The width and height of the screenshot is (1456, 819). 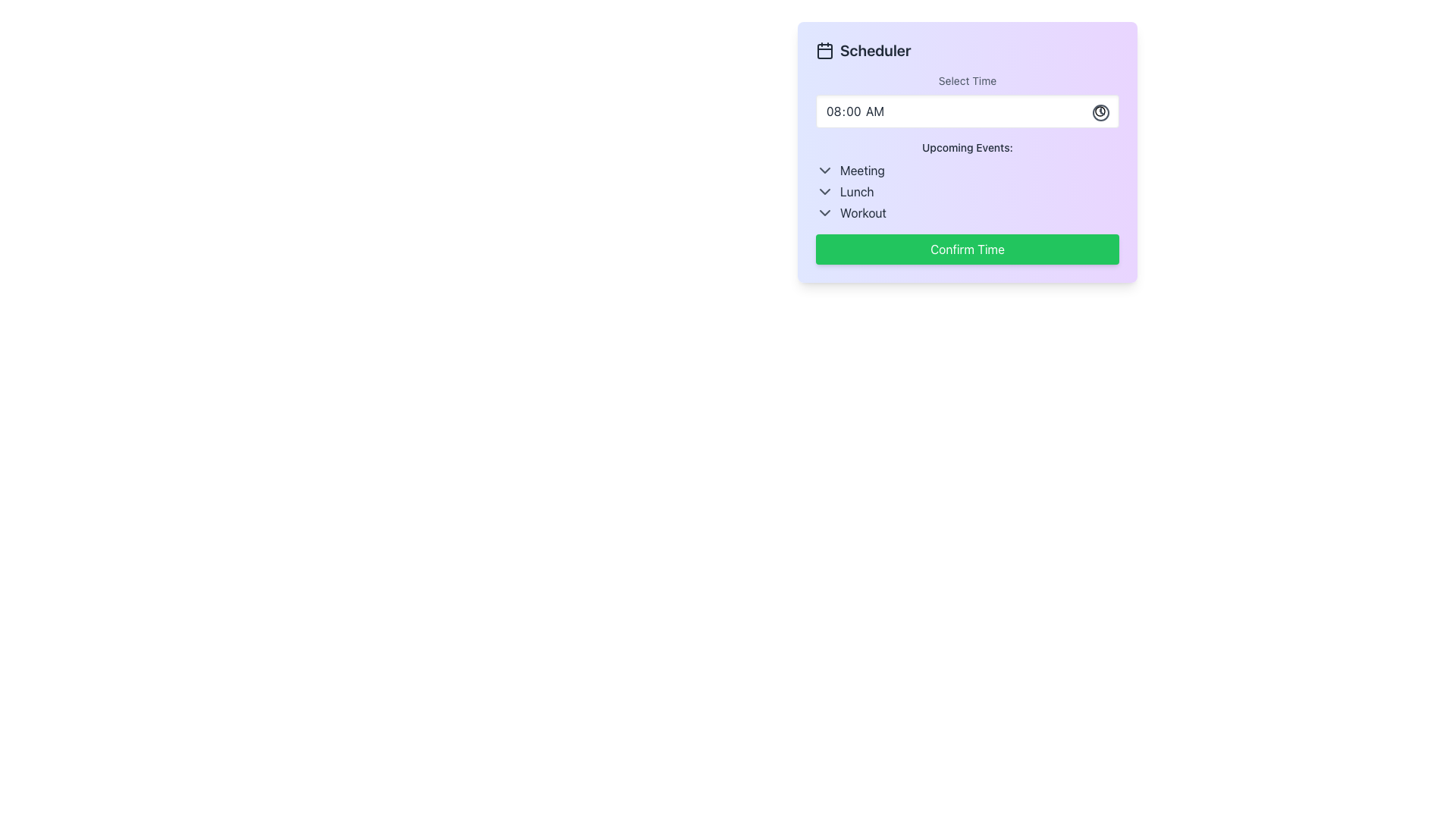 I want to click on the SVG rectangle element within the calendar icon, which is located to the immediate left of the 'Scheduler' text in the header section of the interface, so click(x=824, y=51).